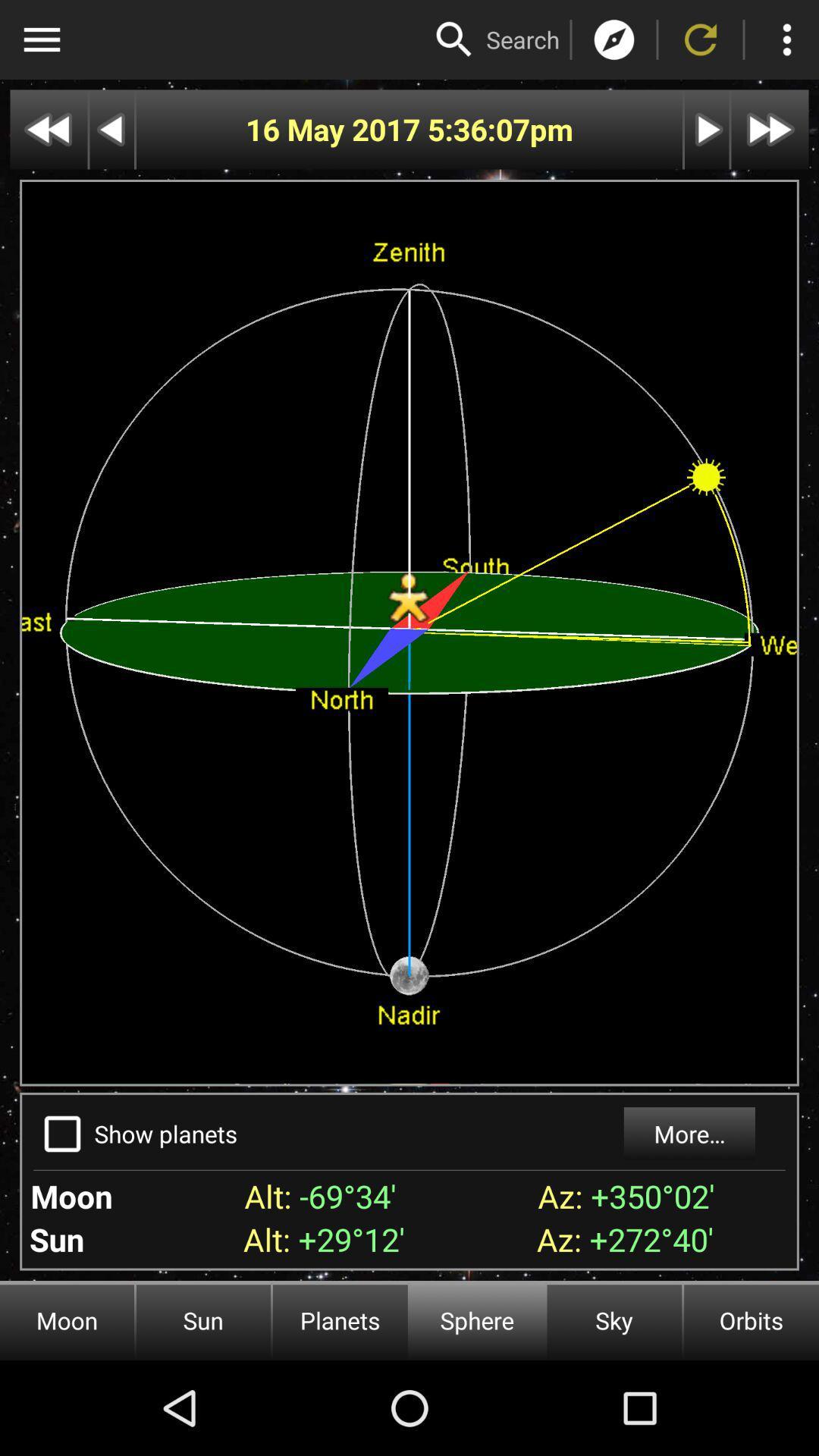 This screenshot has width=819, height=1456. I want to click on previous option, so click(111, 130).